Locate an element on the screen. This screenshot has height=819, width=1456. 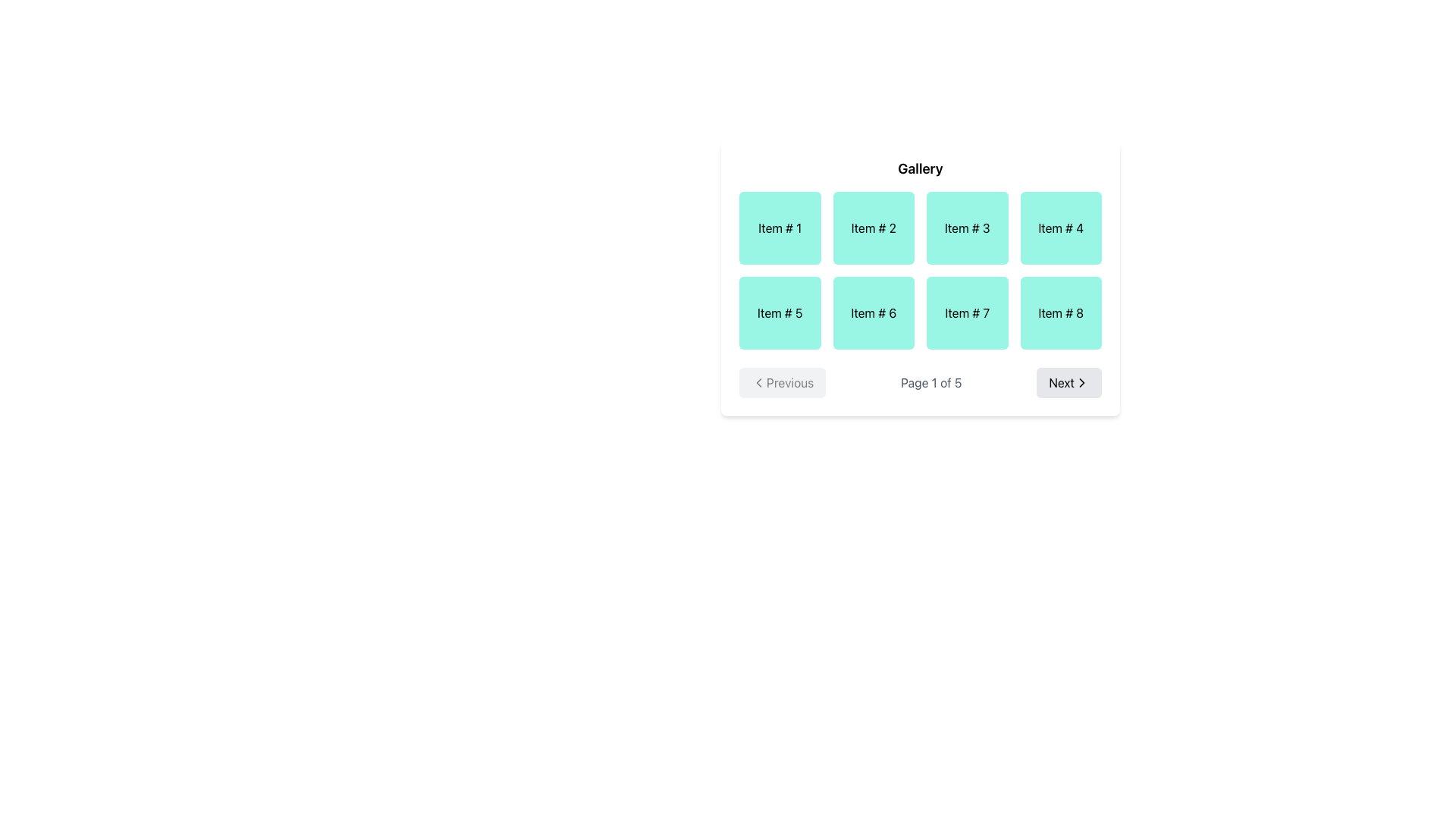
the static display component labeled 'Item # 2' which is the second box in a 4-column grid layout, positioned between 'Item # 1' and 'Item # 3' is located at coordinates (874, 227).